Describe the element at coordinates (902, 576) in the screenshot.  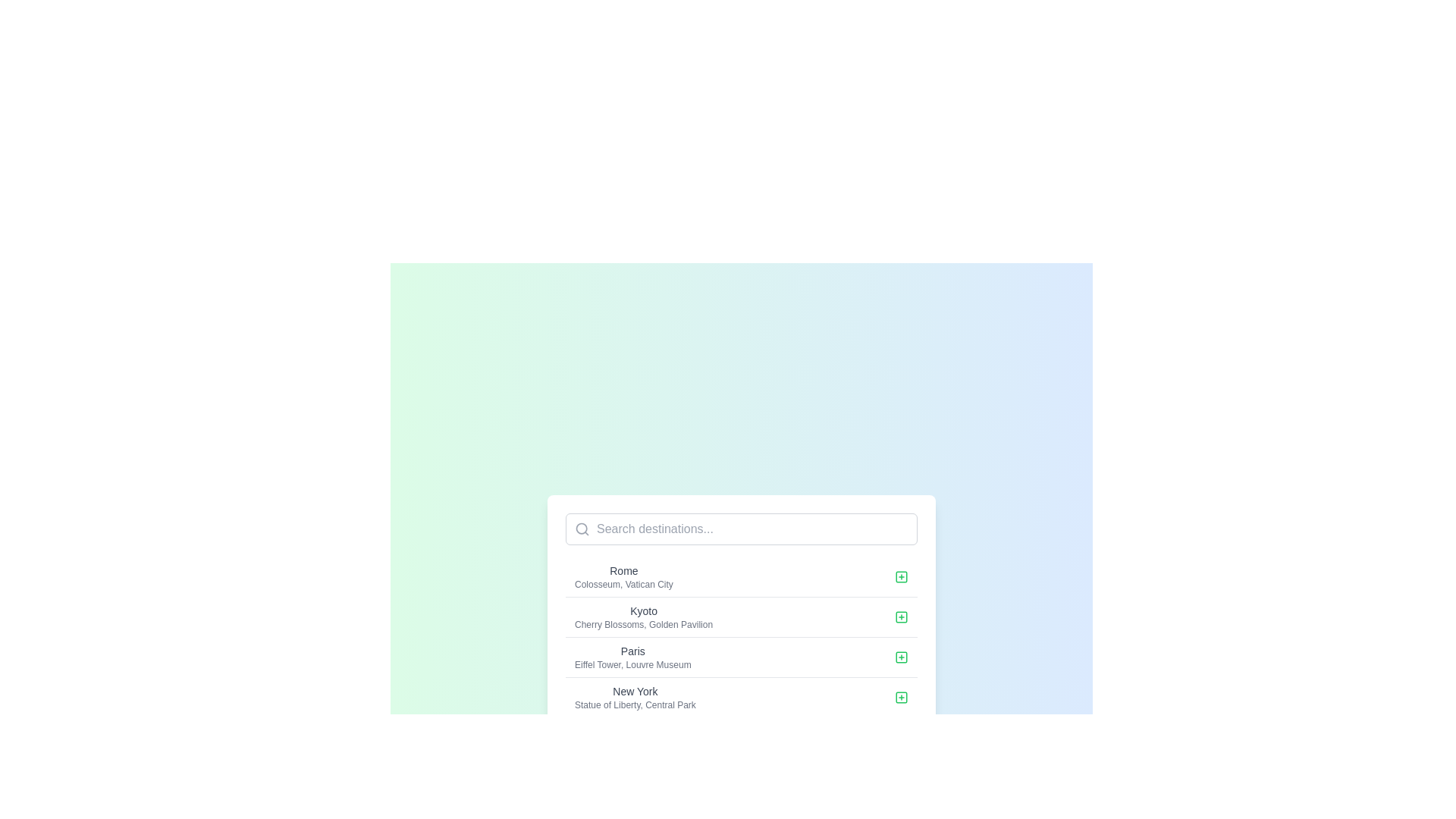
I see `the green outlined square button with a plus sign centered within it, located to the right of the 'Rome Colosseum, Vatican City' text, to initiate an addition action` at that location.